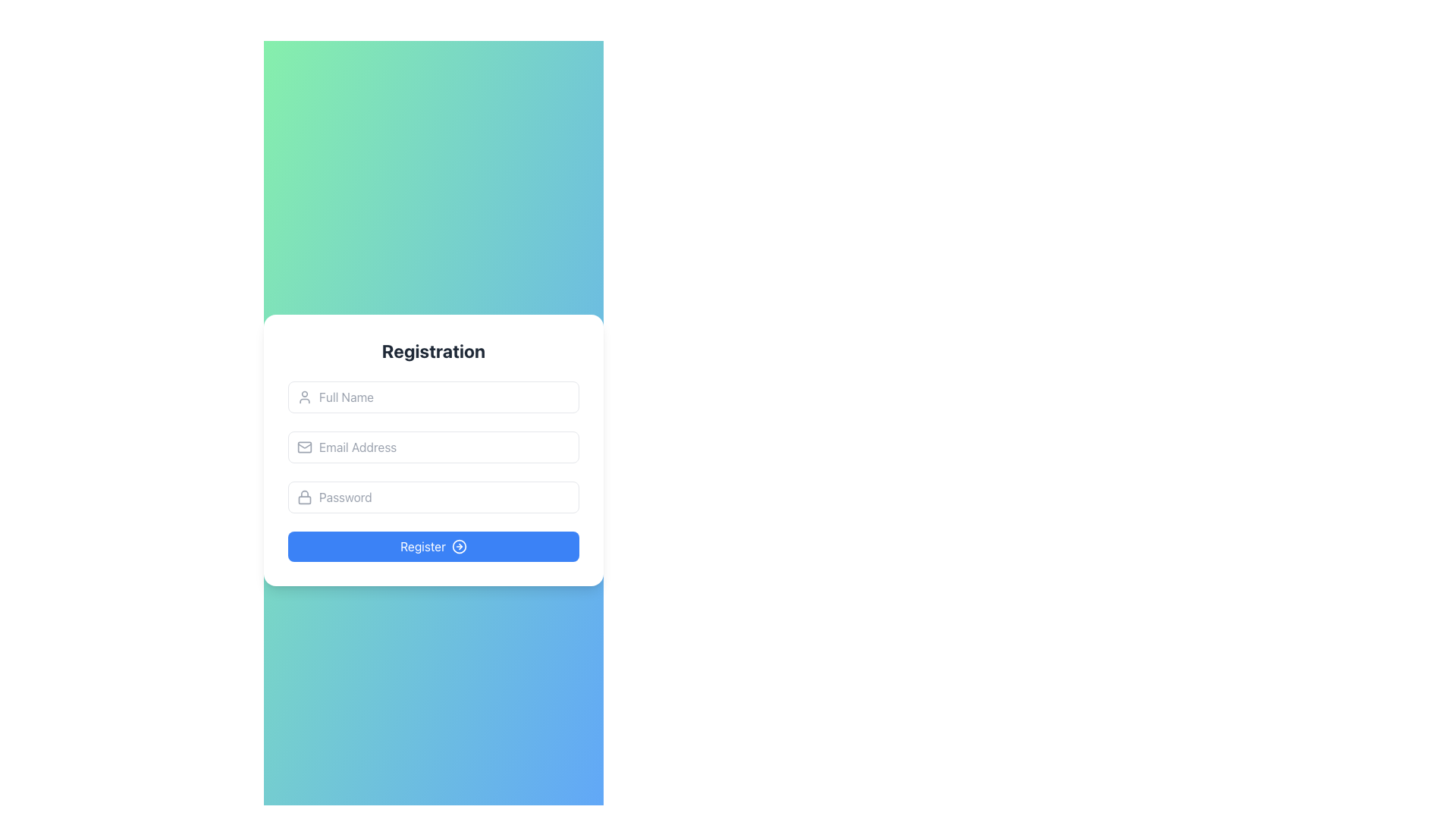 The width and height of the screenshot is (1456, 819). What do you see at coordinates (458, 547) in the screenshot?
I see `the rightward arrow icon inside a circle, located to the right of the 'Register' text within the blue button` at bounding box center [458, 547].